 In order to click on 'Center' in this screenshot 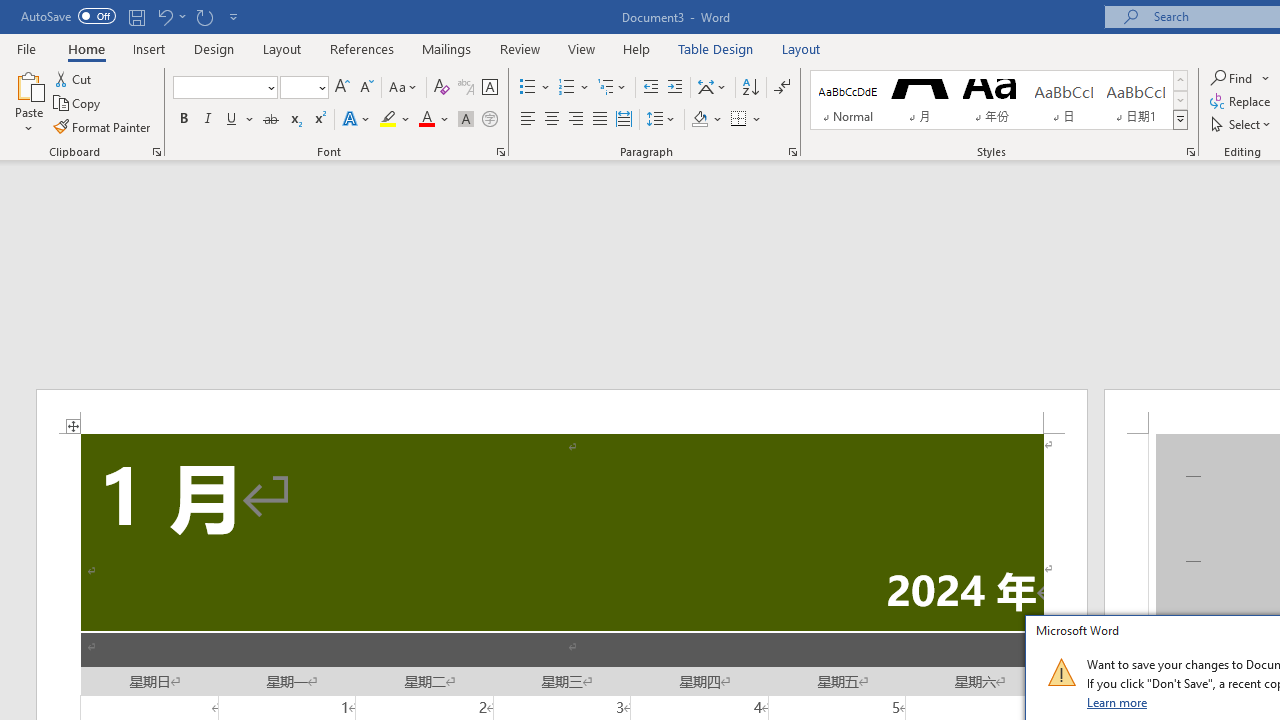, I will do `click(552, 119)`.